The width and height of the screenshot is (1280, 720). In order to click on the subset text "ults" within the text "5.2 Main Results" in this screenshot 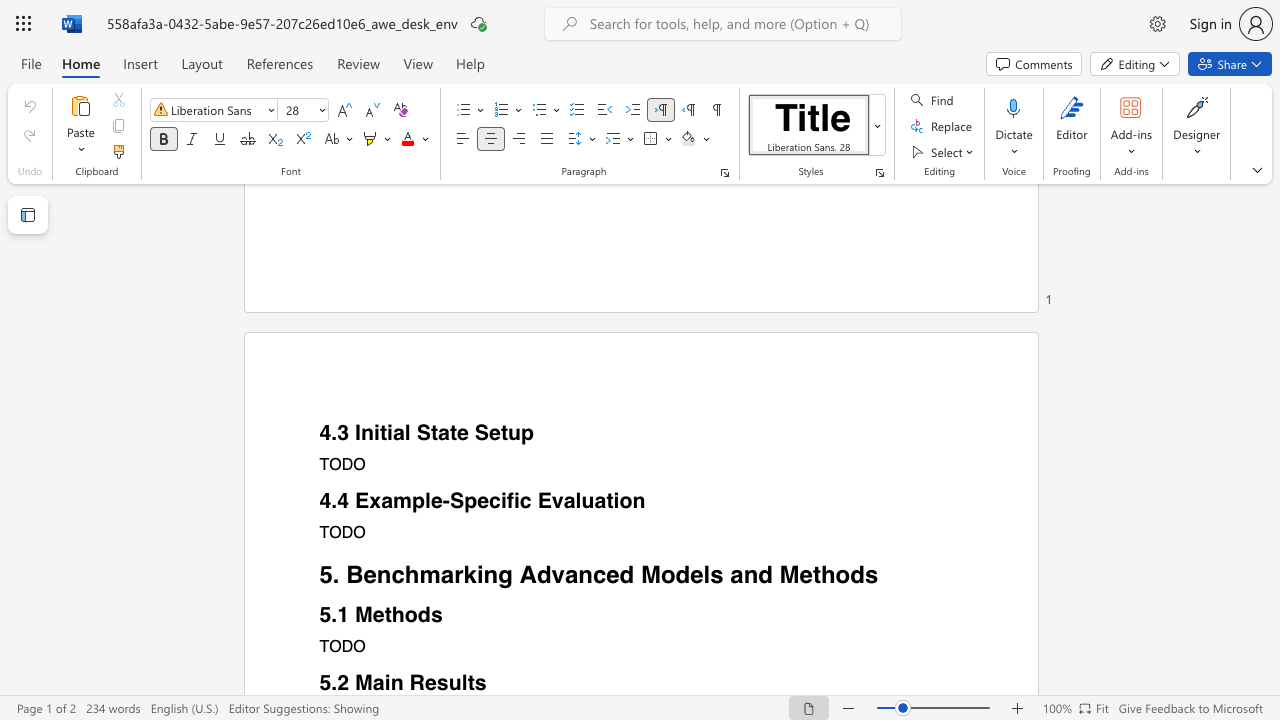, I will do `click(447, 682)`.